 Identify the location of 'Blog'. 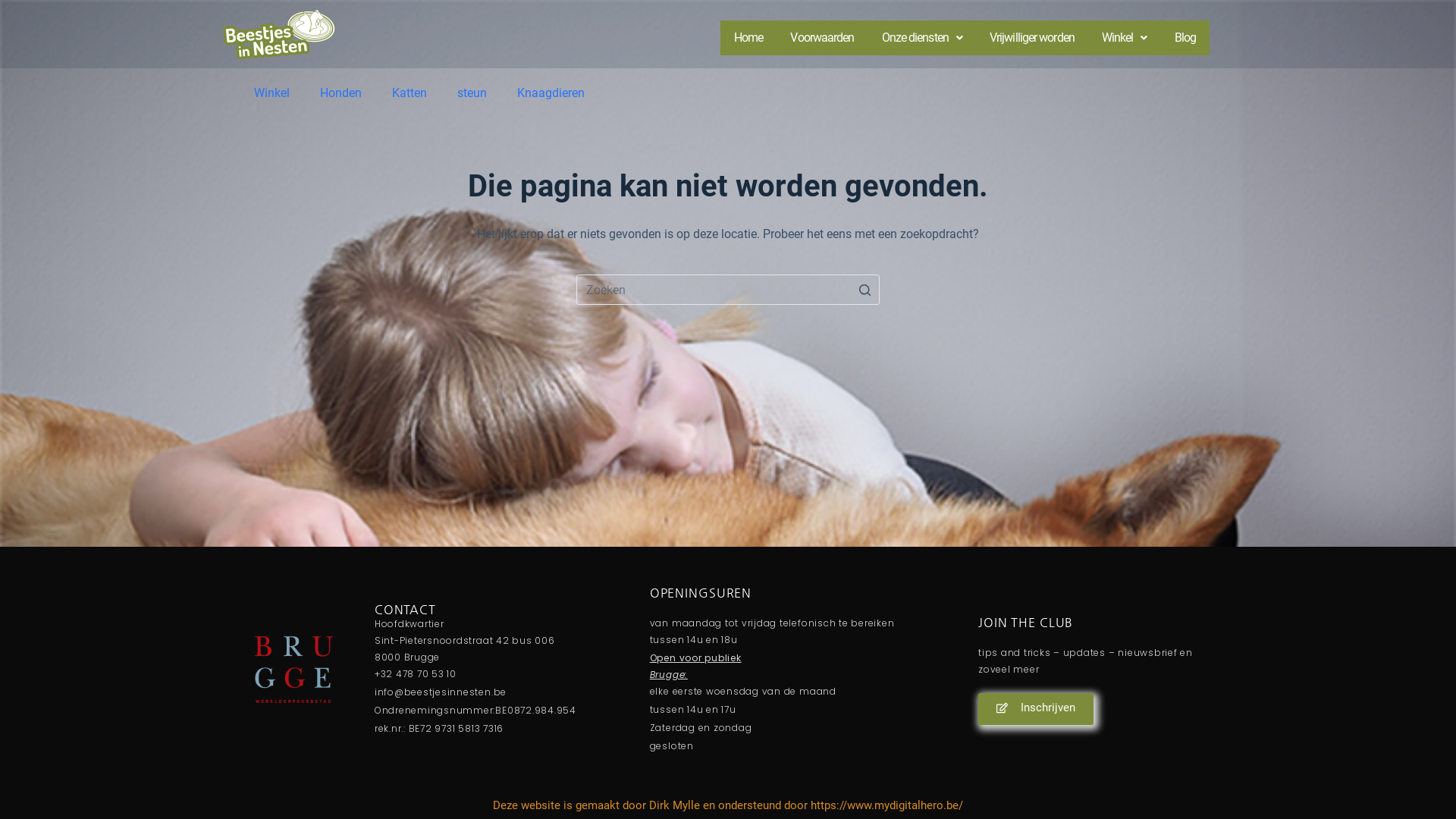
(1185, 37).